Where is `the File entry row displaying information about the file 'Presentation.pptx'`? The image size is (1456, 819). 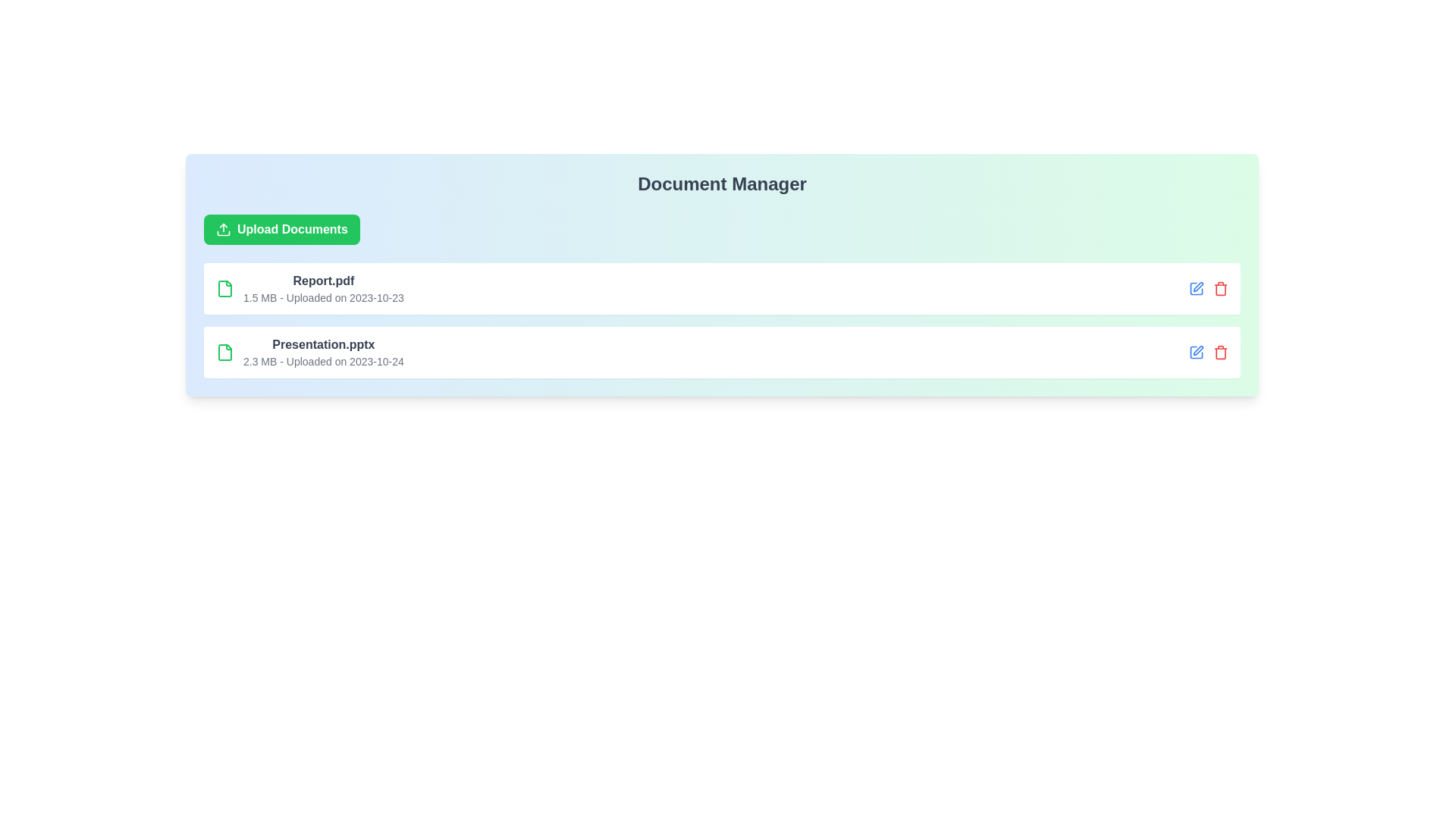
the File entry row displaying information about the file 'Presentation.pptx' is located at coordinates (721, 353).